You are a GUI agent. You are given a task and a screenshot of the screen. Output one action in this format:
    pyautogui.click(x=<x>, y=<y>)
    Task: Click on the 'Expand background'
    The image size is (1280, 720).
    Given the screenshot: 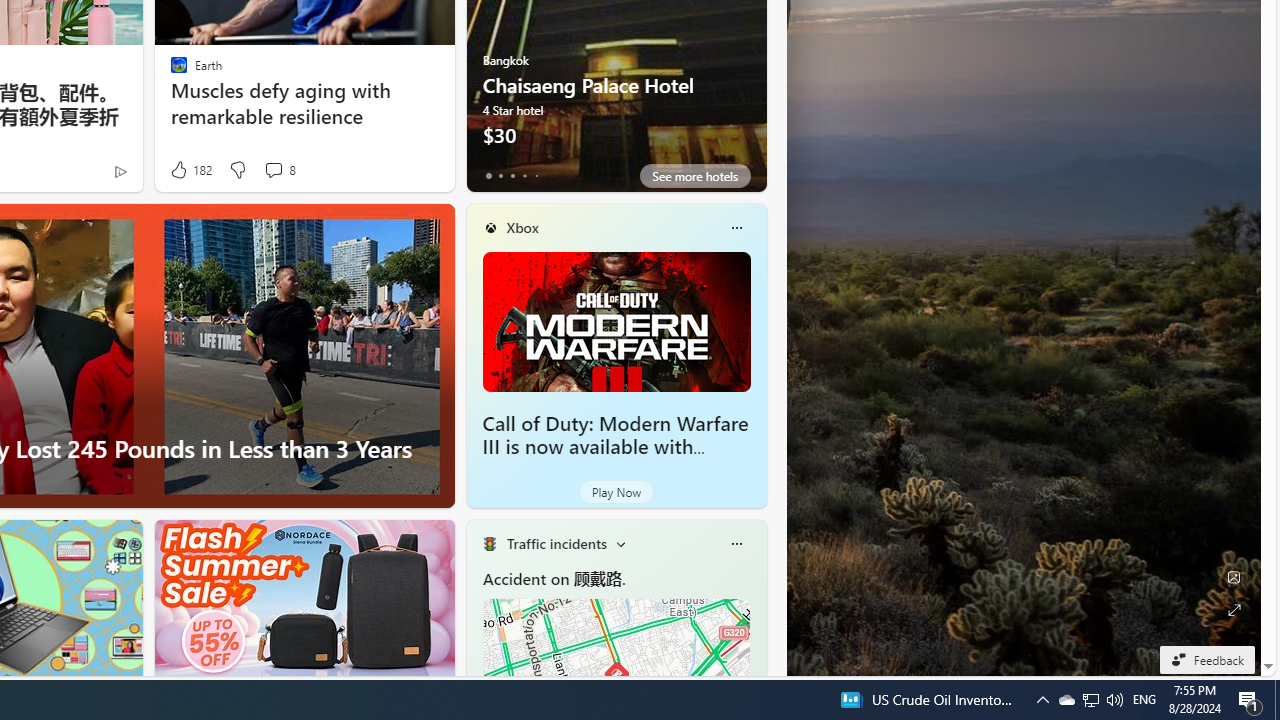 What is the action you would take?
    pyautogui.click(x=1232, y=609)
    